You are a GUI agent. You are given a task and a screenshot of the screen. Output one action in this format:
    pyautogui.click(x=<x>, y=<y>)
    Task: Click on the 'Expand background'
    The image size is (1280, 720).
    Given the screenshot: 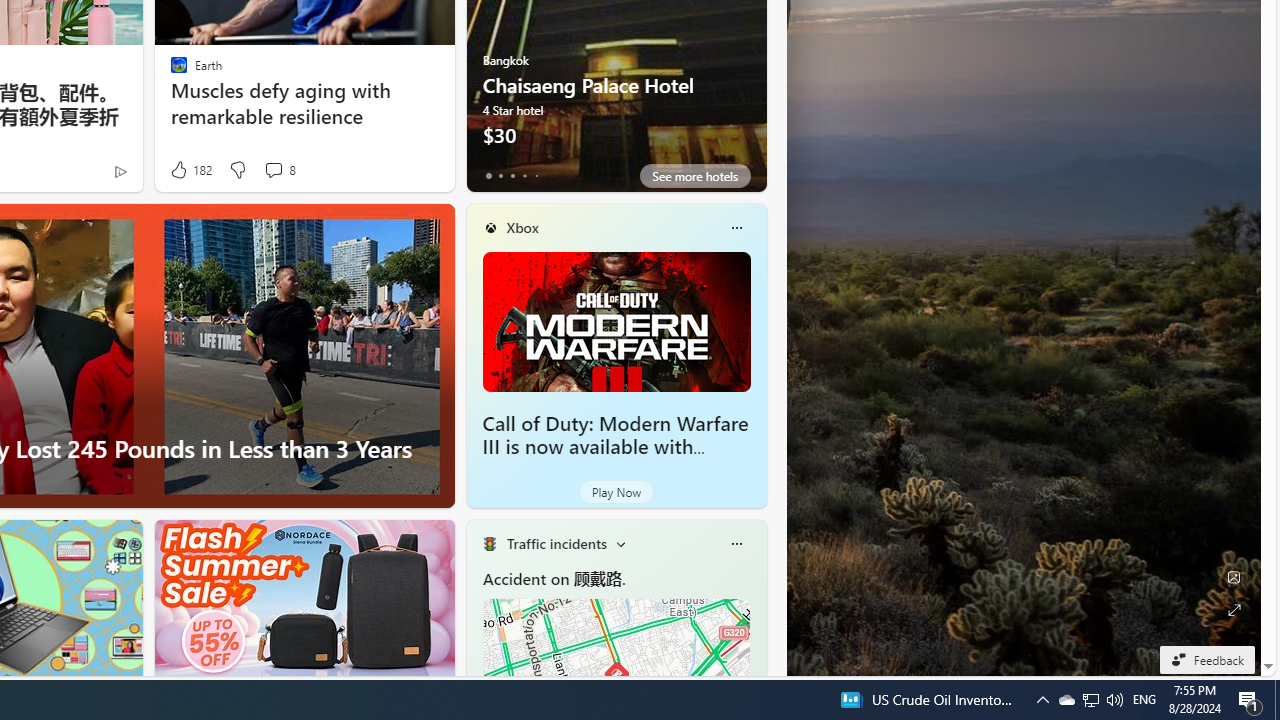 What is the action you would take?
    pyautogui.click(x=1232, y=609)
    